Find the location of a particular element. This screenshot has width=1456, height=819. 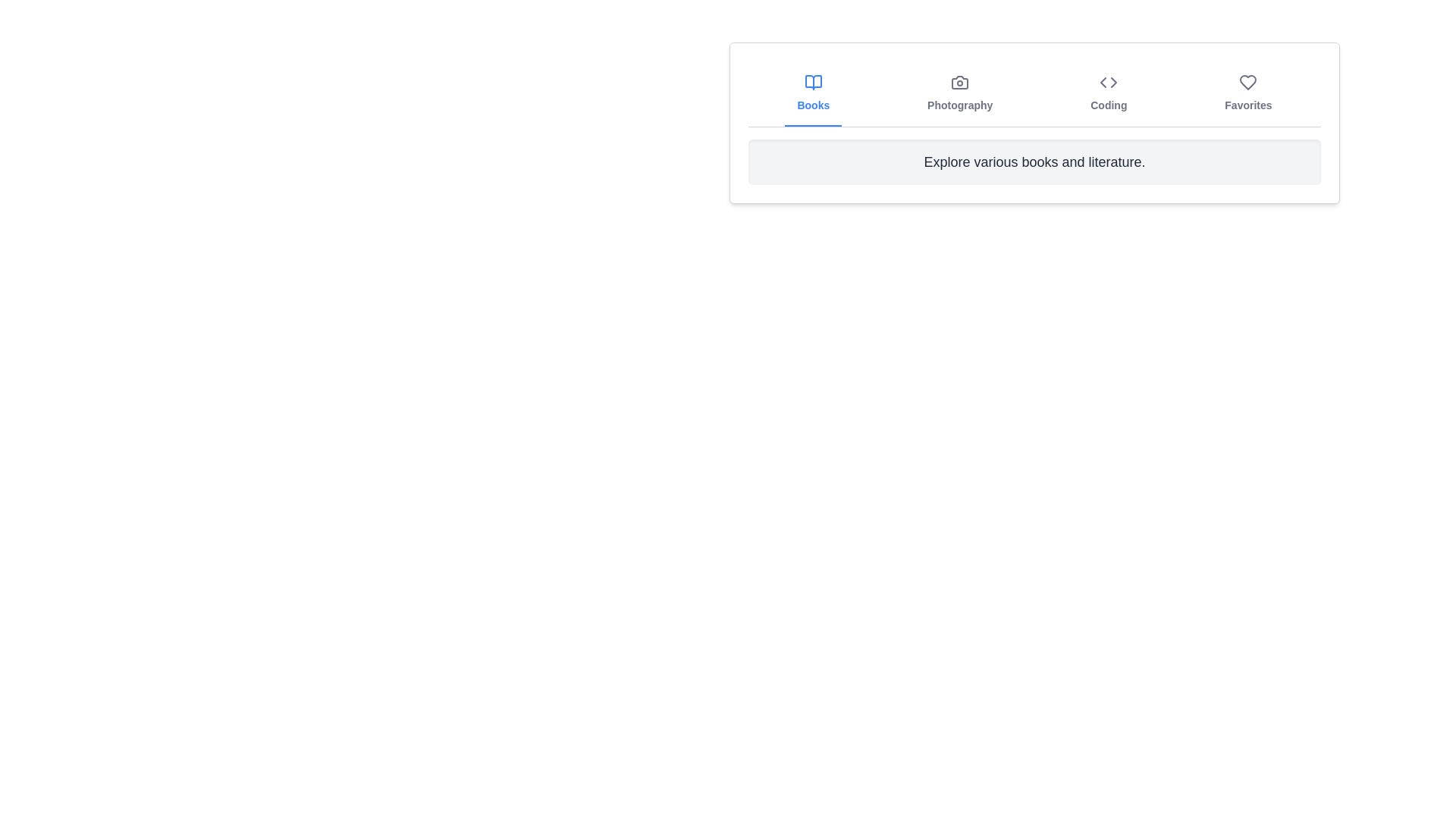

the book-like icon, which features two open symmetrical pages and is located above the text 'Books' in the horizontal menu bar is located at coordinates (812, 82).